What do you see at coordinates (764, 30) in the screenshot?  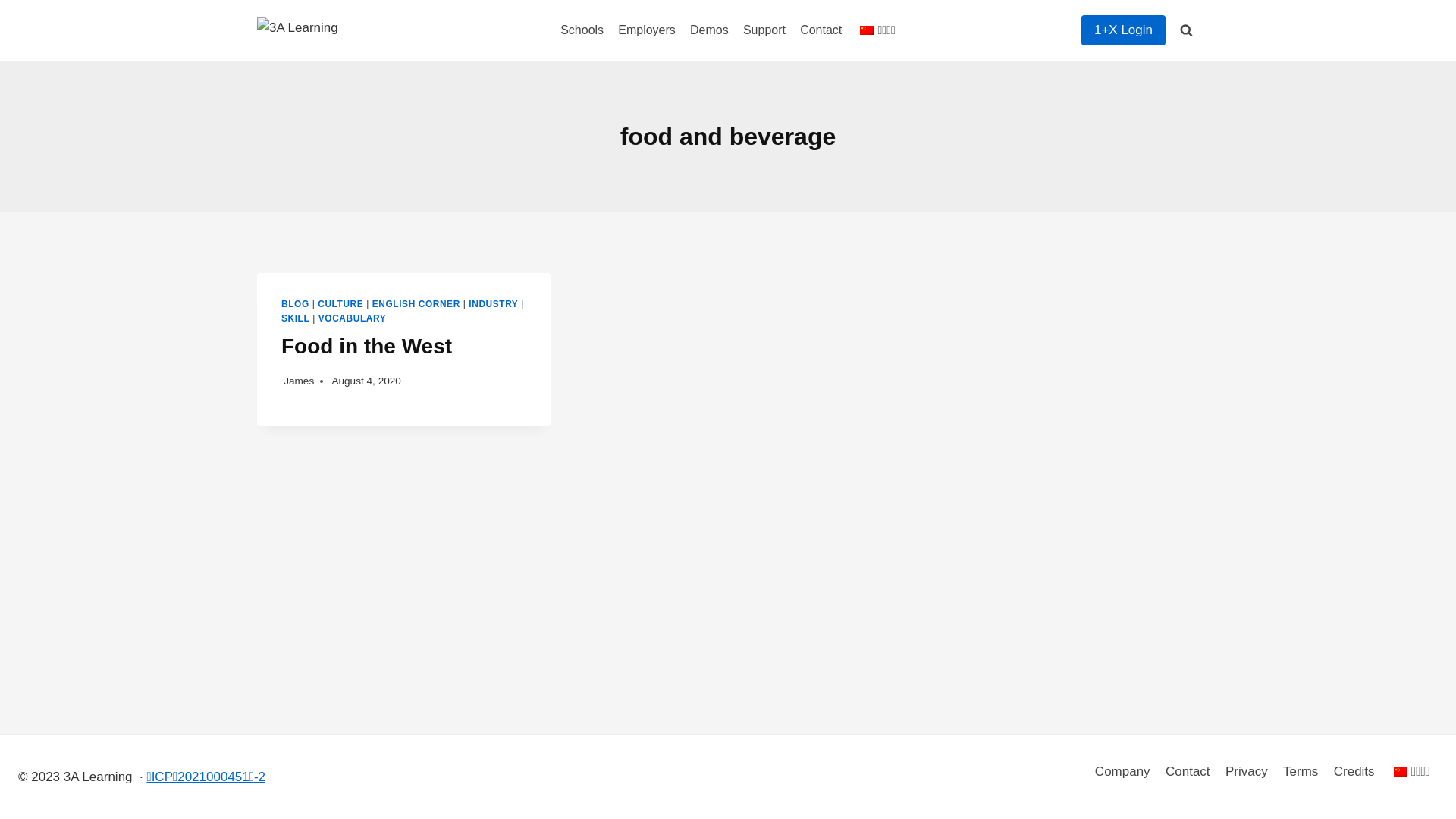 I see `'Support'` at bounding box center [764, 30].